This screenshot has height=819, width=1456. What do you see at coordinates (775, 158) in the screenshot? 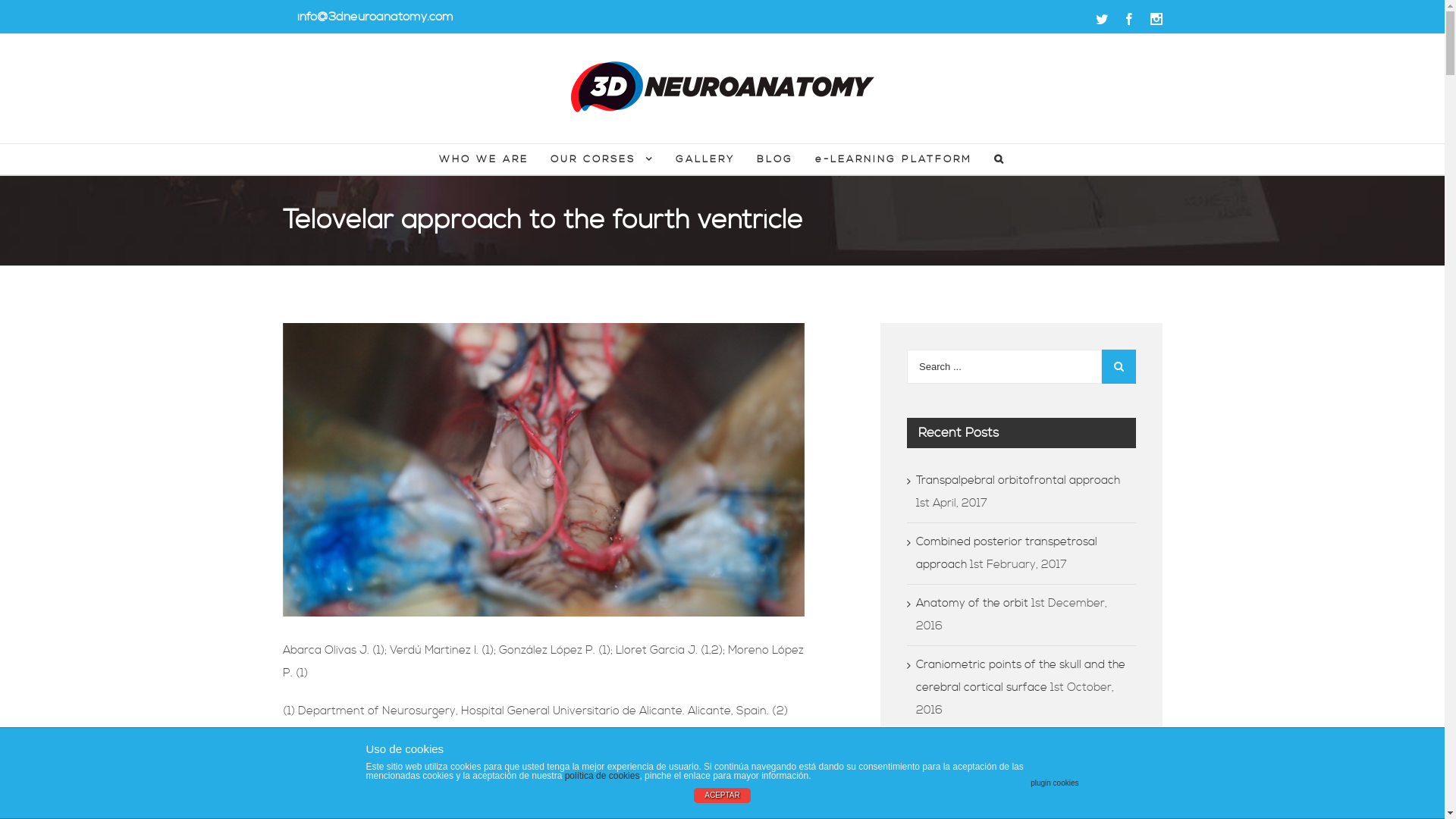
I see `'BLOG'` at bounding box center [775, 158].